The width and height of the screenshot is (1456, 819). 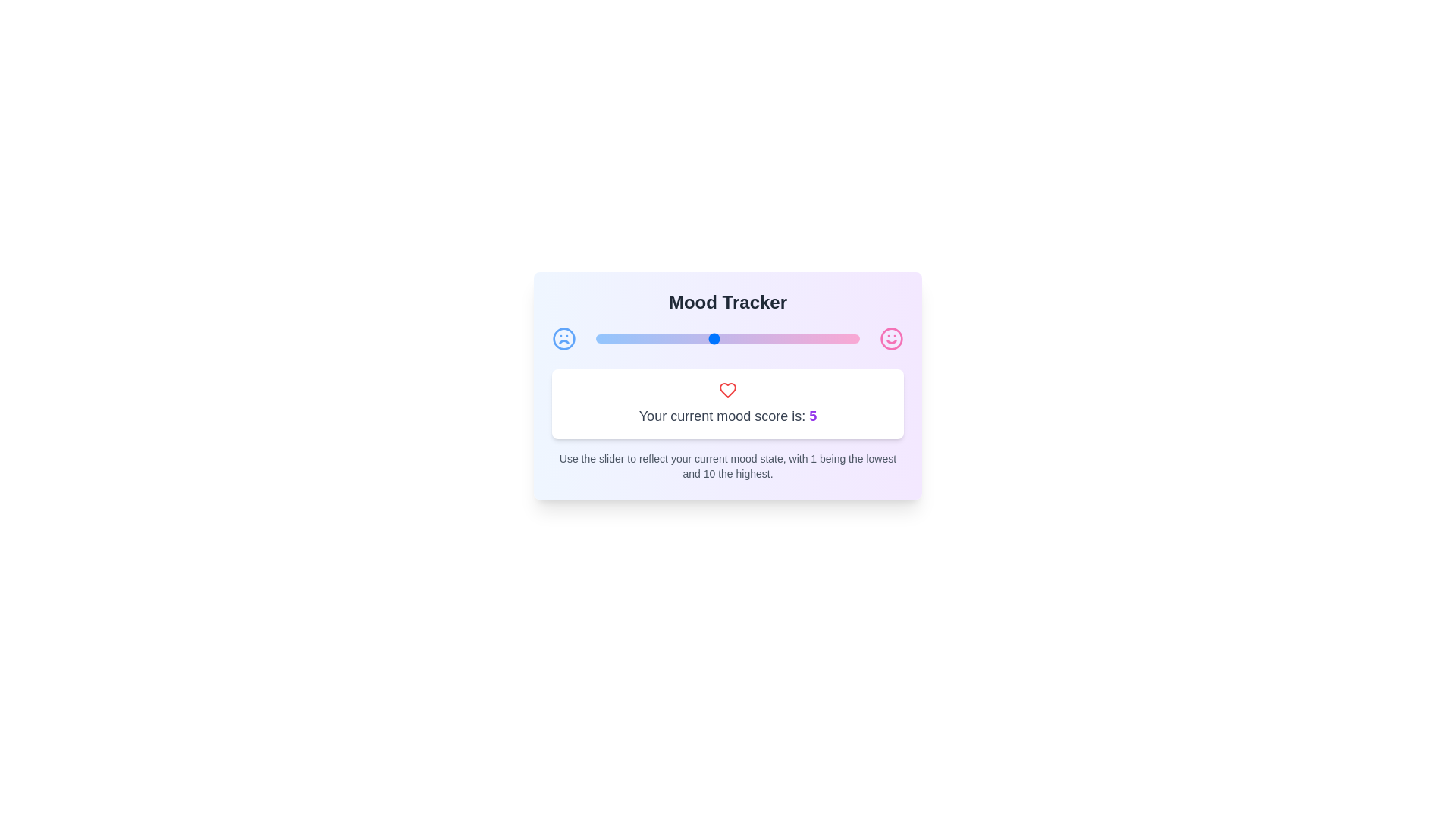 I want to click on the mood slider to set the mood score to 5, so click(x=712, y=338).